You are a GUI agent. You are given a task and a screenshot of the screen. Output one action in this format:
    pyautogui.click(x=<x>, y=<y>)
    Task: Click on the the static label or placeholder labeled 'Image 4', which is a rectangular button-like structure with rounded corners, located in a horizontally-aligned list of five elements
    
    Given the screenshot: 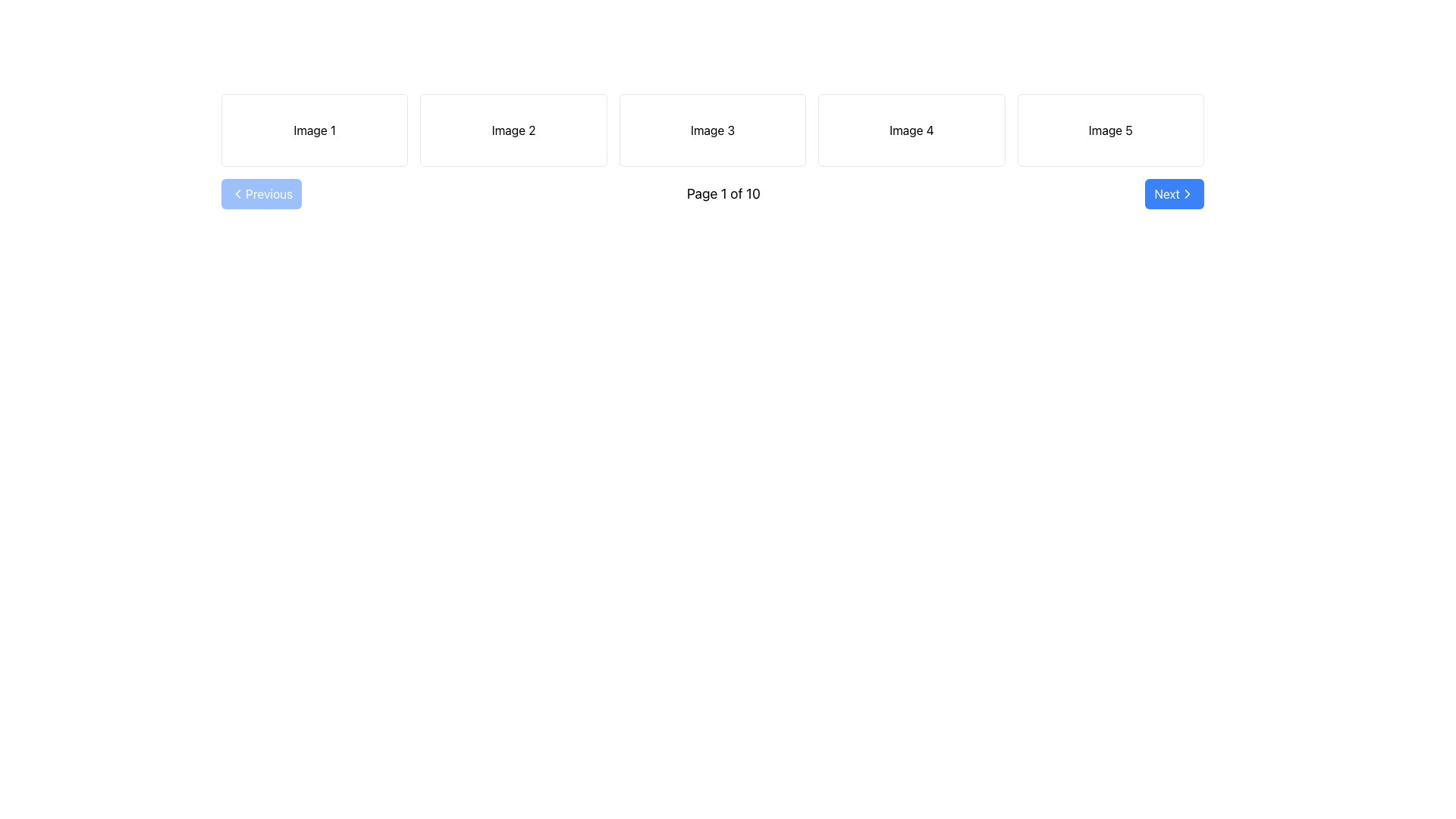 What is the action you would take?
    pyautogui.click(x=911, y=130)
    